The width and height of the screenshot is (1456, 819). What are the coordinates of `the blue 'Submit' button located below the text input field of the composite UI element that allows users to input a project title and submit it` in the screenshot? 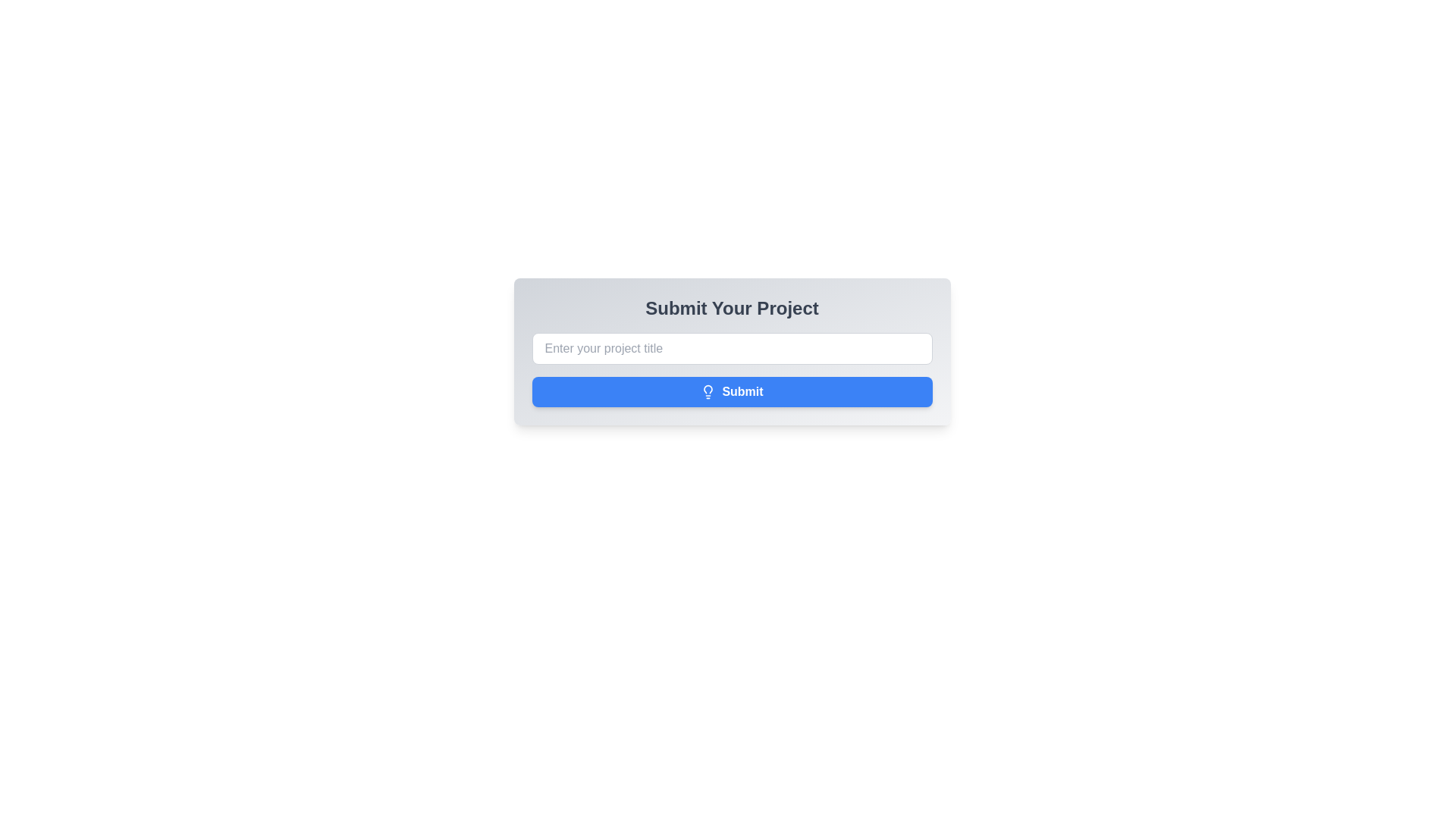 It's located at (732, 370).